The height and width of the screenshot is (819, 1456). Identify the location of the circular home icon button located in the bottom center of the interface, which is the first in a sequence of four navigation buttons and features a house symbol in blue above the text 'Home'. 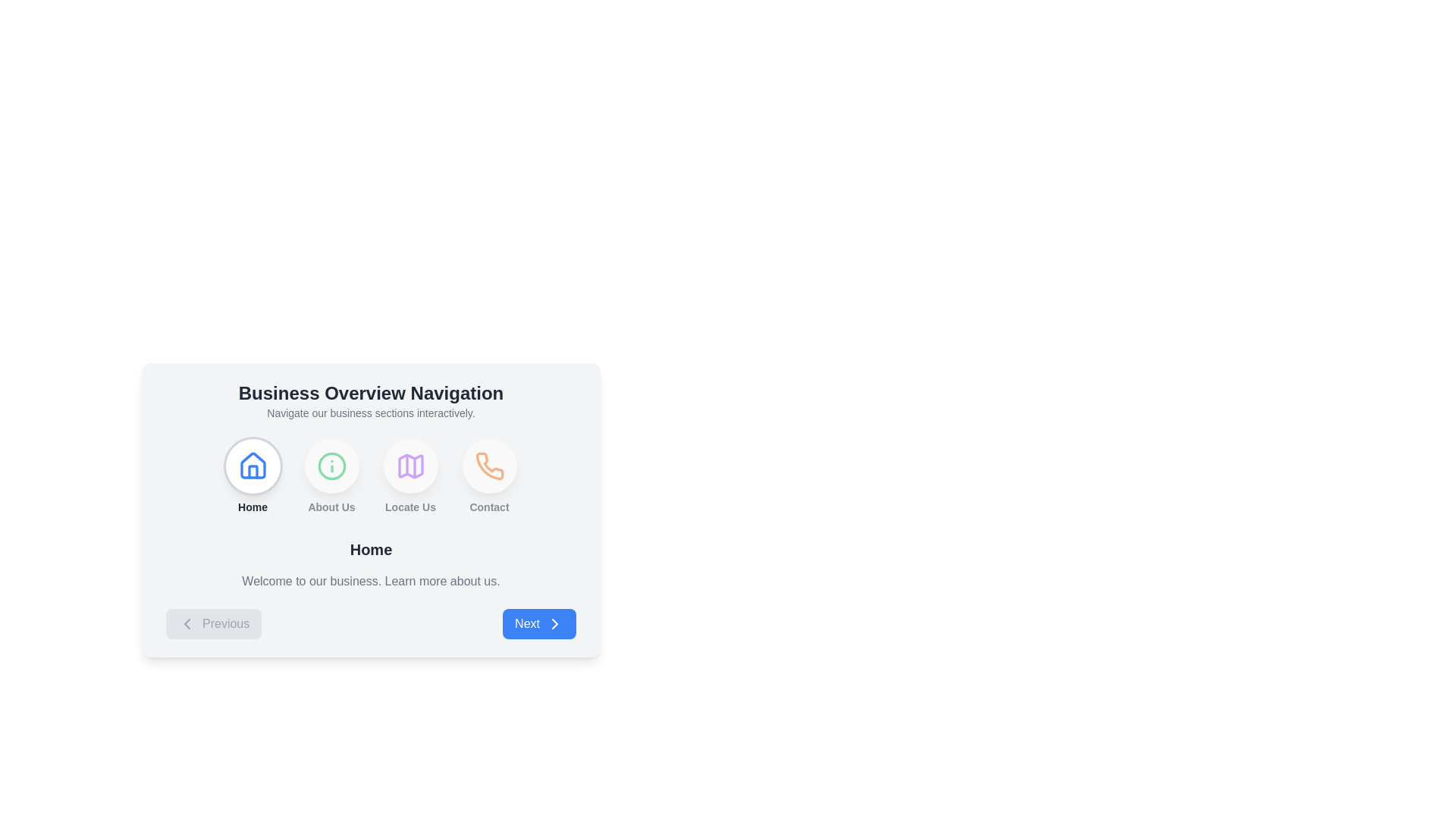
(253, 475).